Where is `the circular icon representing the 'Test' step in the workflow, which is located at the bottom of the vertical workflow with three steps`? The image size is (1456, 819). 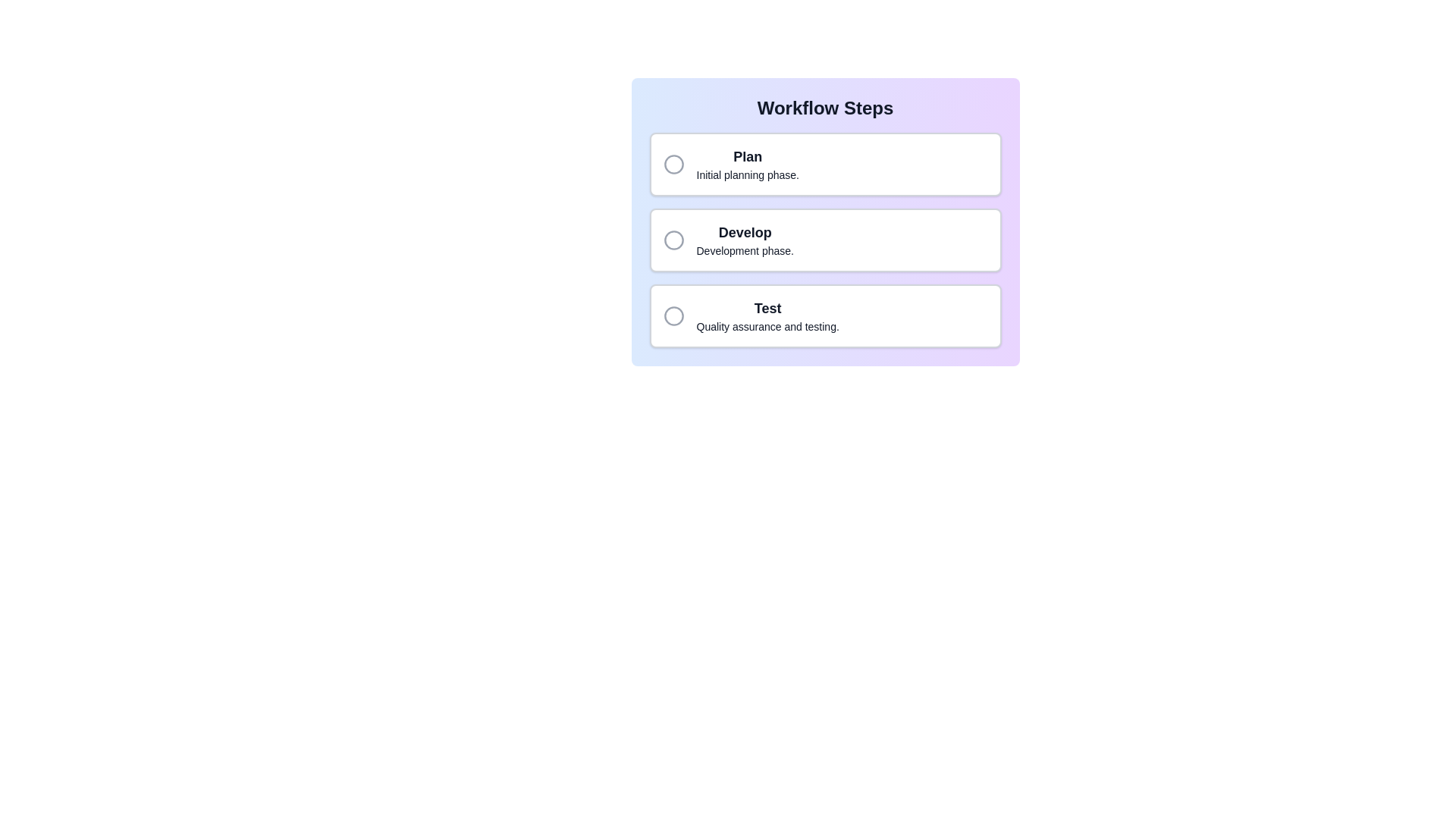
the circular icon representing the 'Test' step in the workflow, which is located at the bottom of the vertical workflow with three steps is located at coordinates (673, 315).